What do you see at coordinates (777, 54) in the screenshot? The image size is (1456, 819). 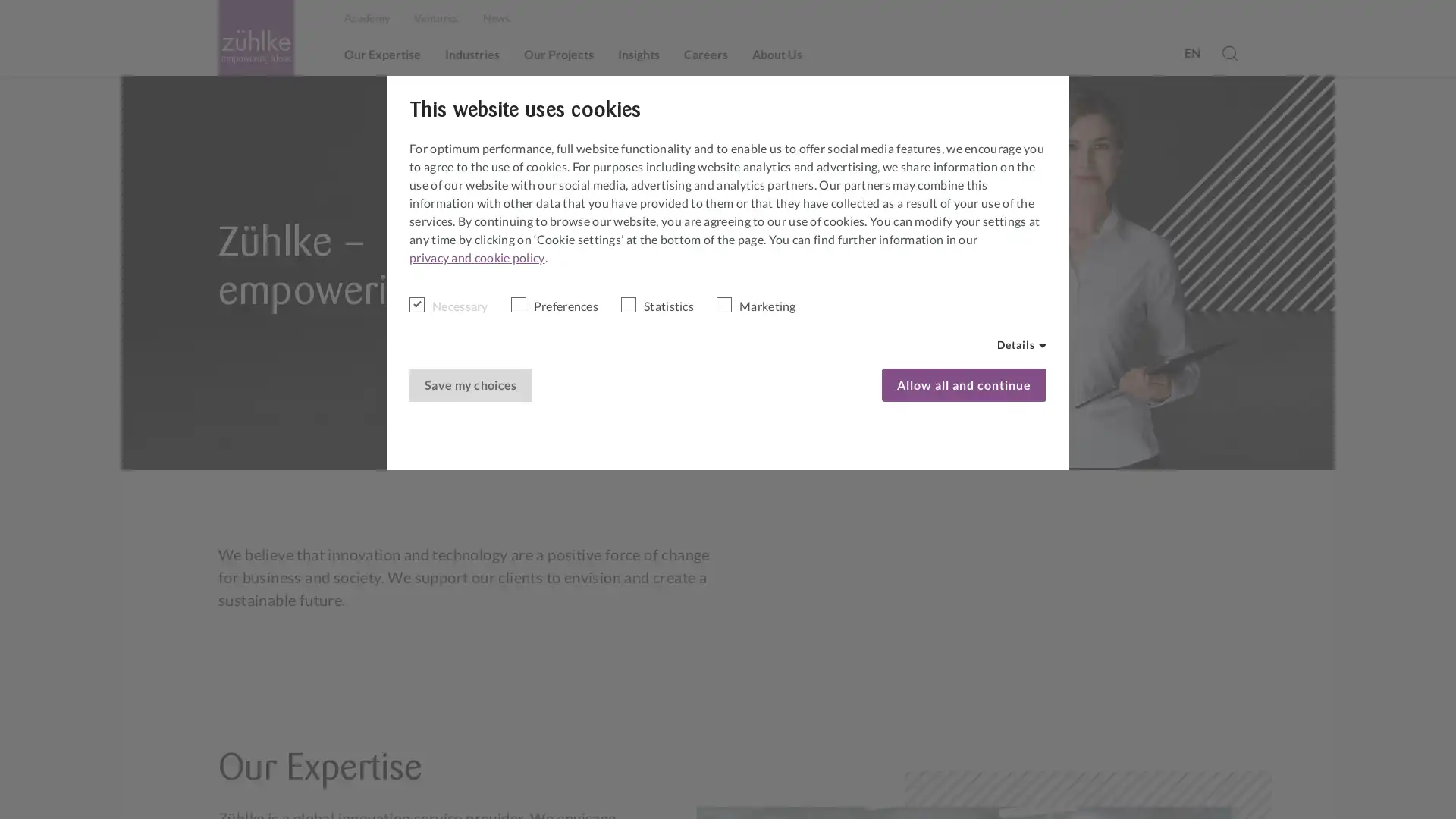 I see `About Us` at bounding box center [777, 54].